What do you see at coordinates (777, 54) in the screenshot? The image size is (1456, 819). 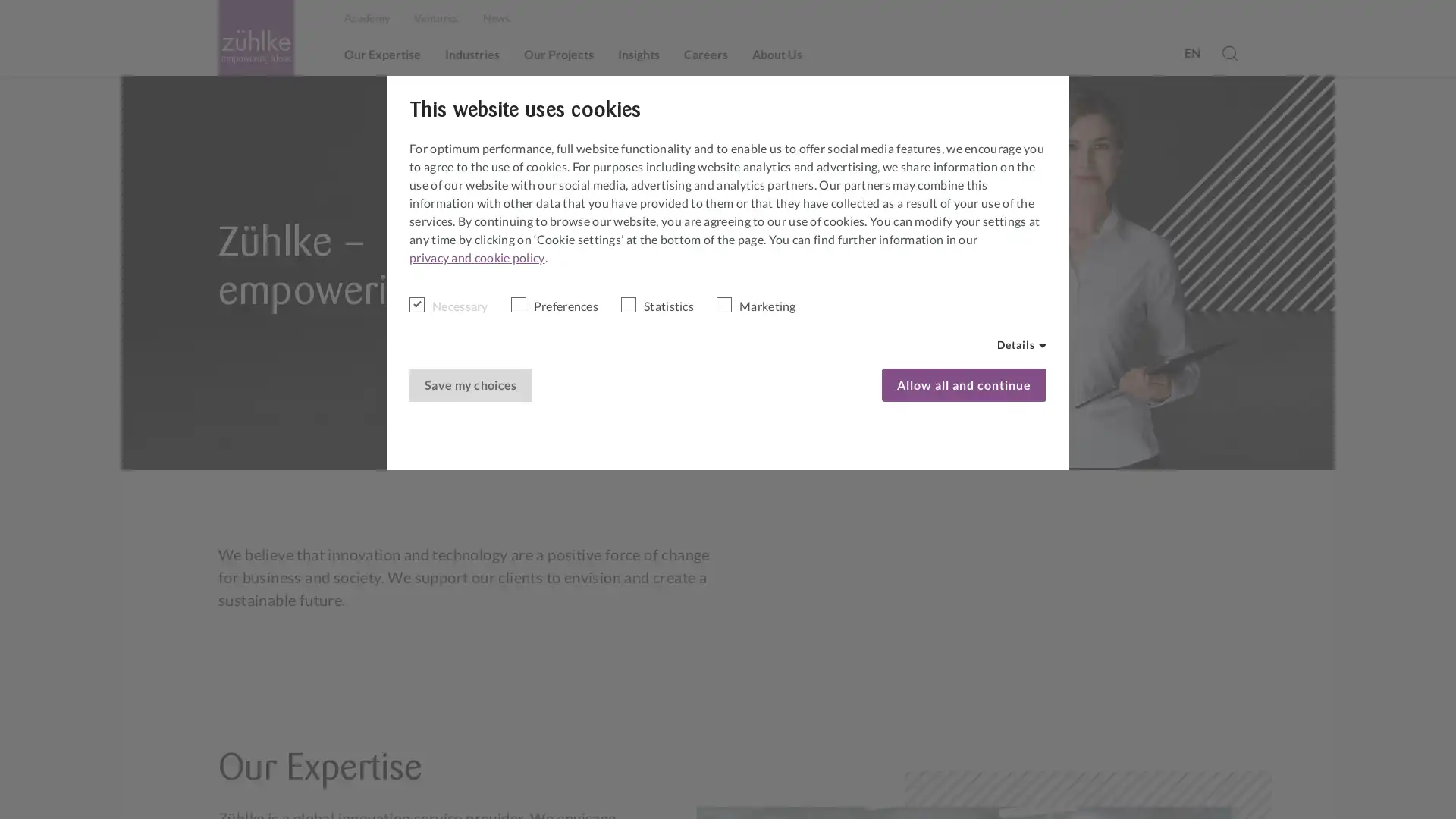 I see `About Us` at bounding box center [777, 54].